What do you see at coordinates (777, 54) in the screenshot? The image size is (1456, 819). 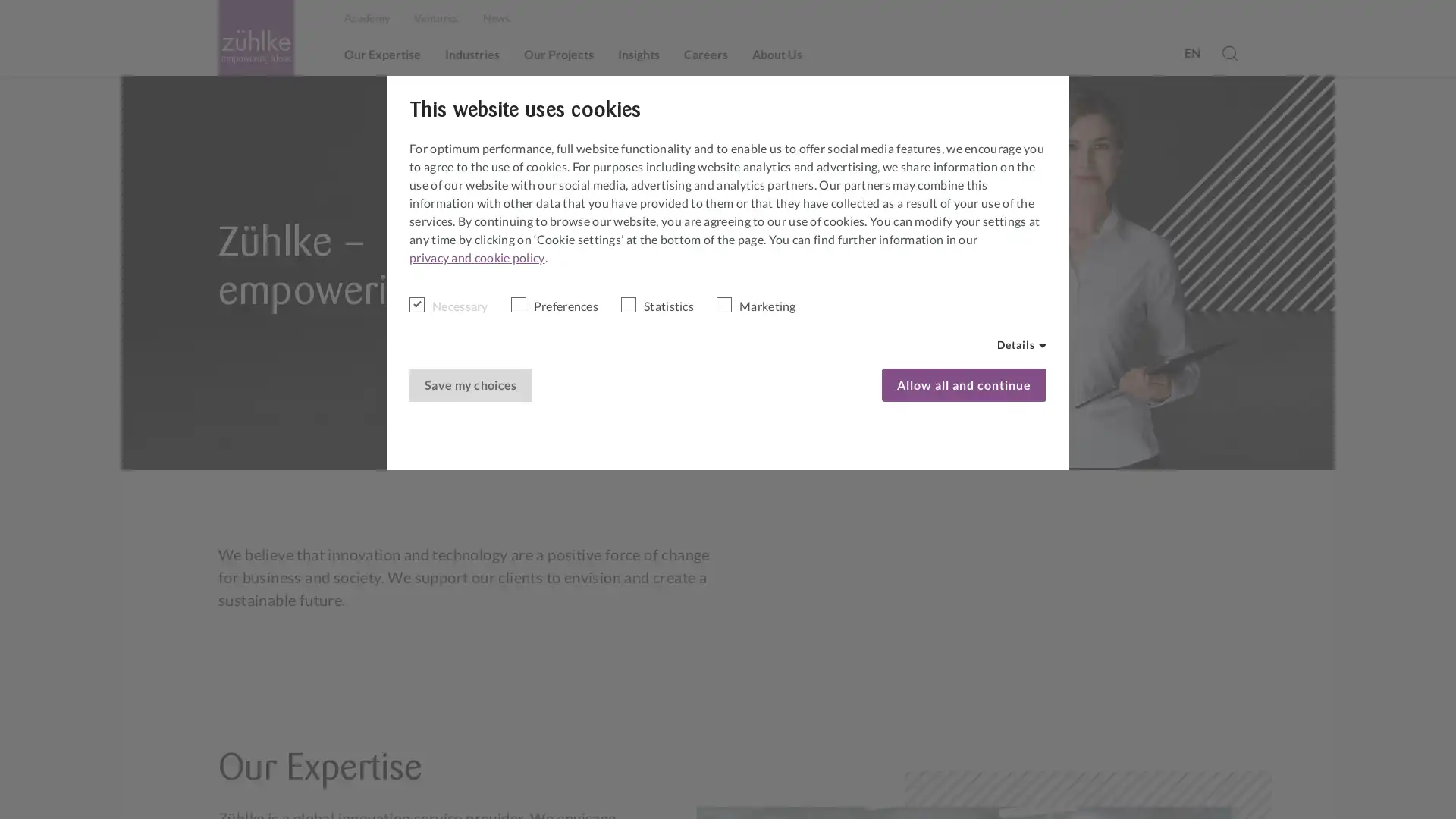 I see `About Us` at bounding box center [777, 54].